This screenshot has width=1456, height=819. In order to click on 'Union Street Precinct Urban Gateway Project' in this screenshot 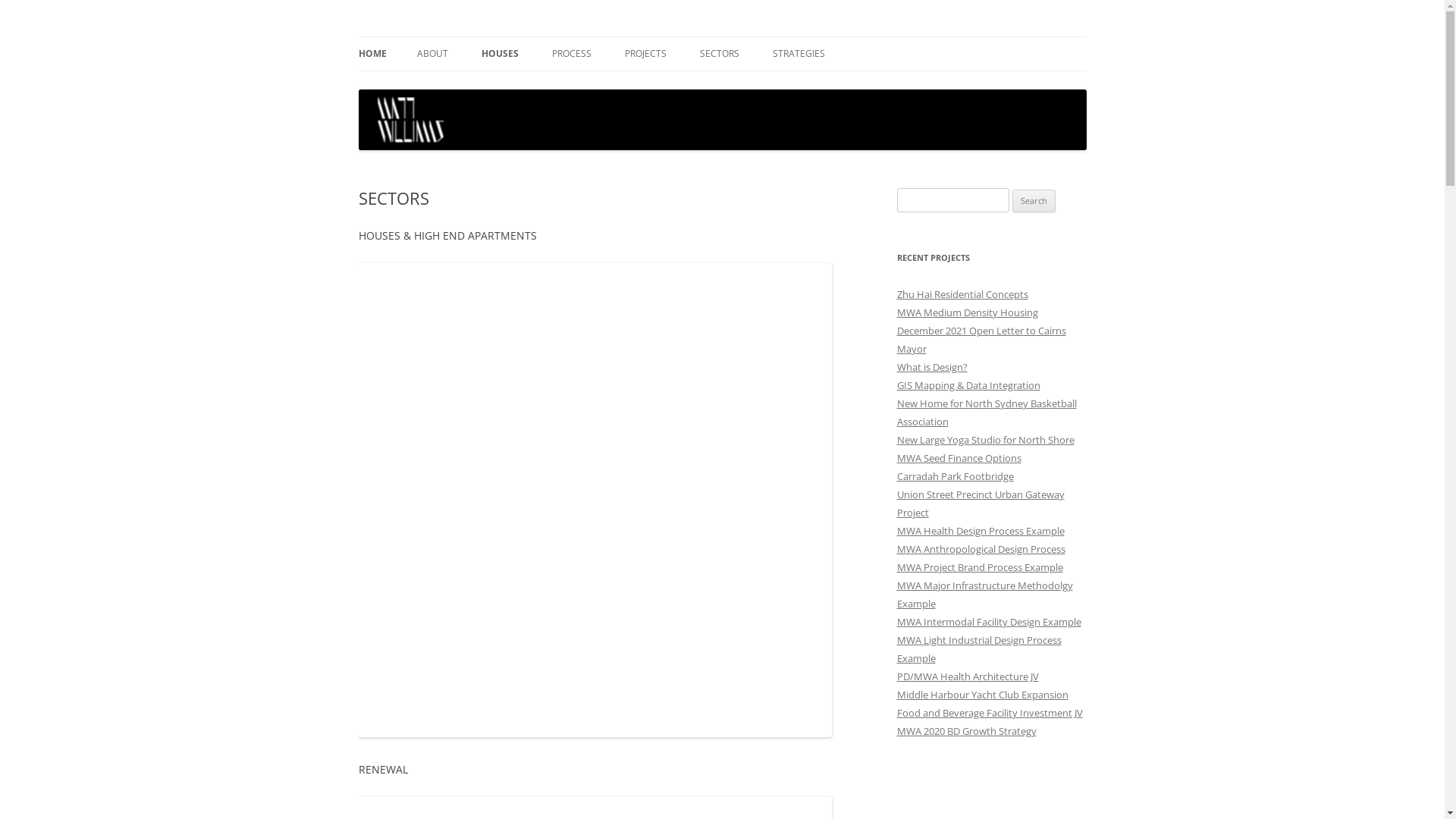, I will do `click(980, 503)`.